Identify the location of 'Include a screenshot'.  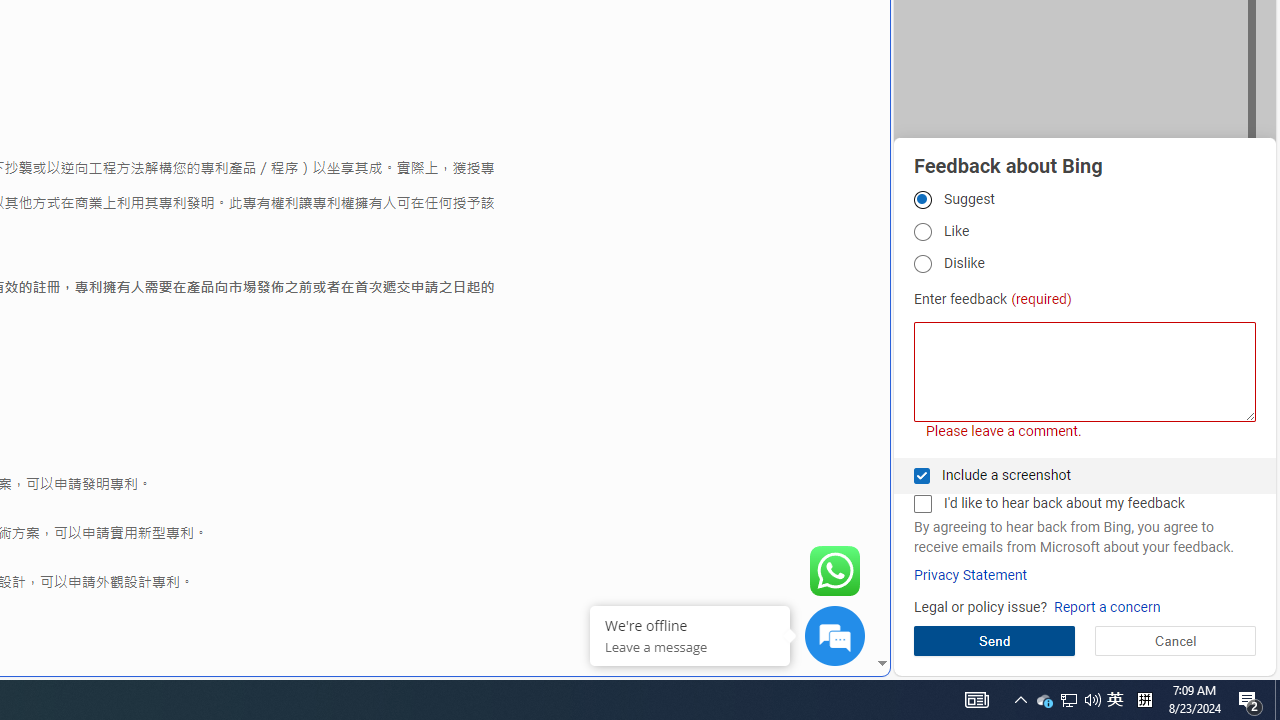
(921, 475).